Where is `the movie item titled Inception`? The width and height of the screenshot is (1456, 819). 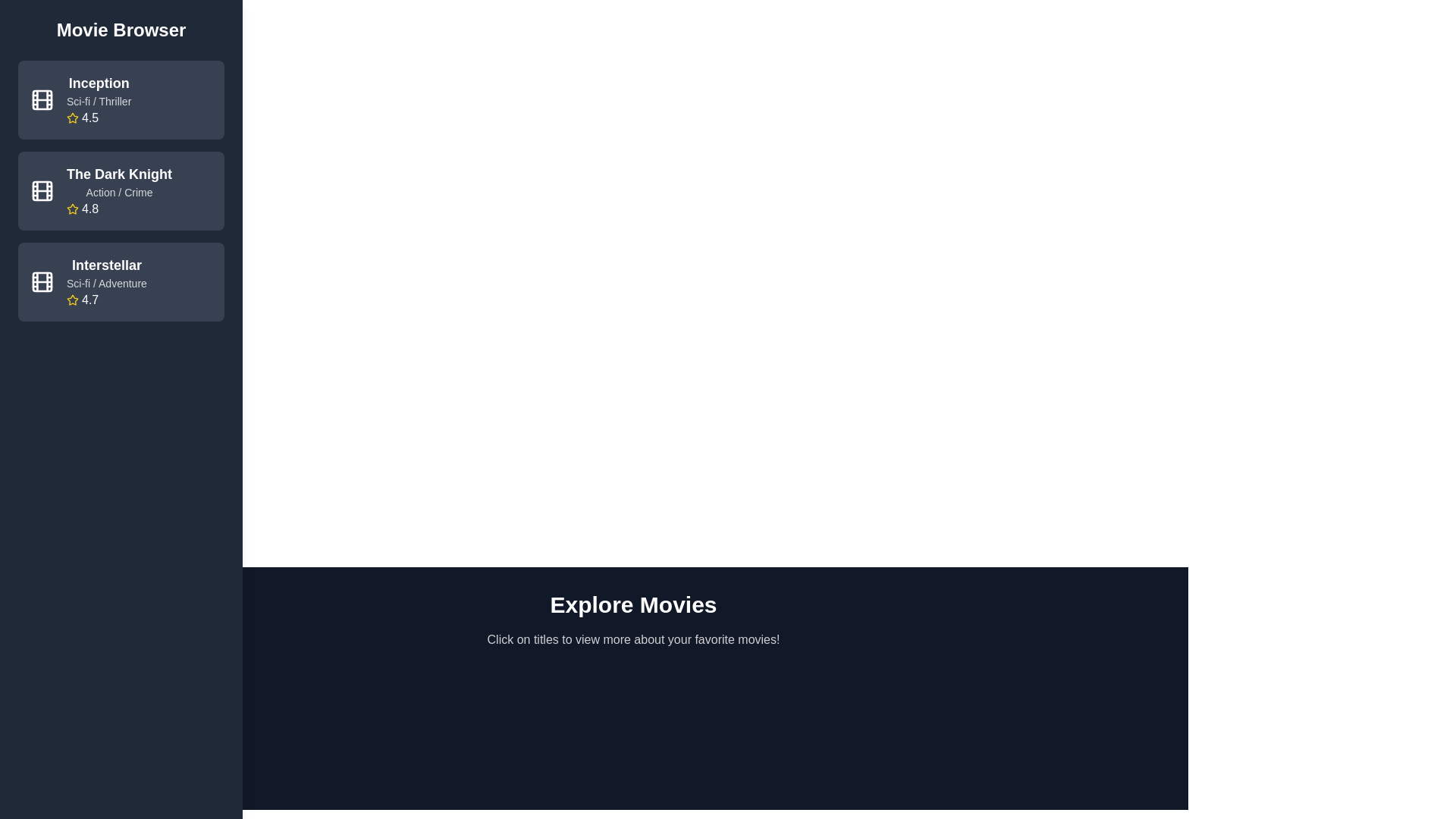
the movie item titled Inception is located at coordinates (120, 99).